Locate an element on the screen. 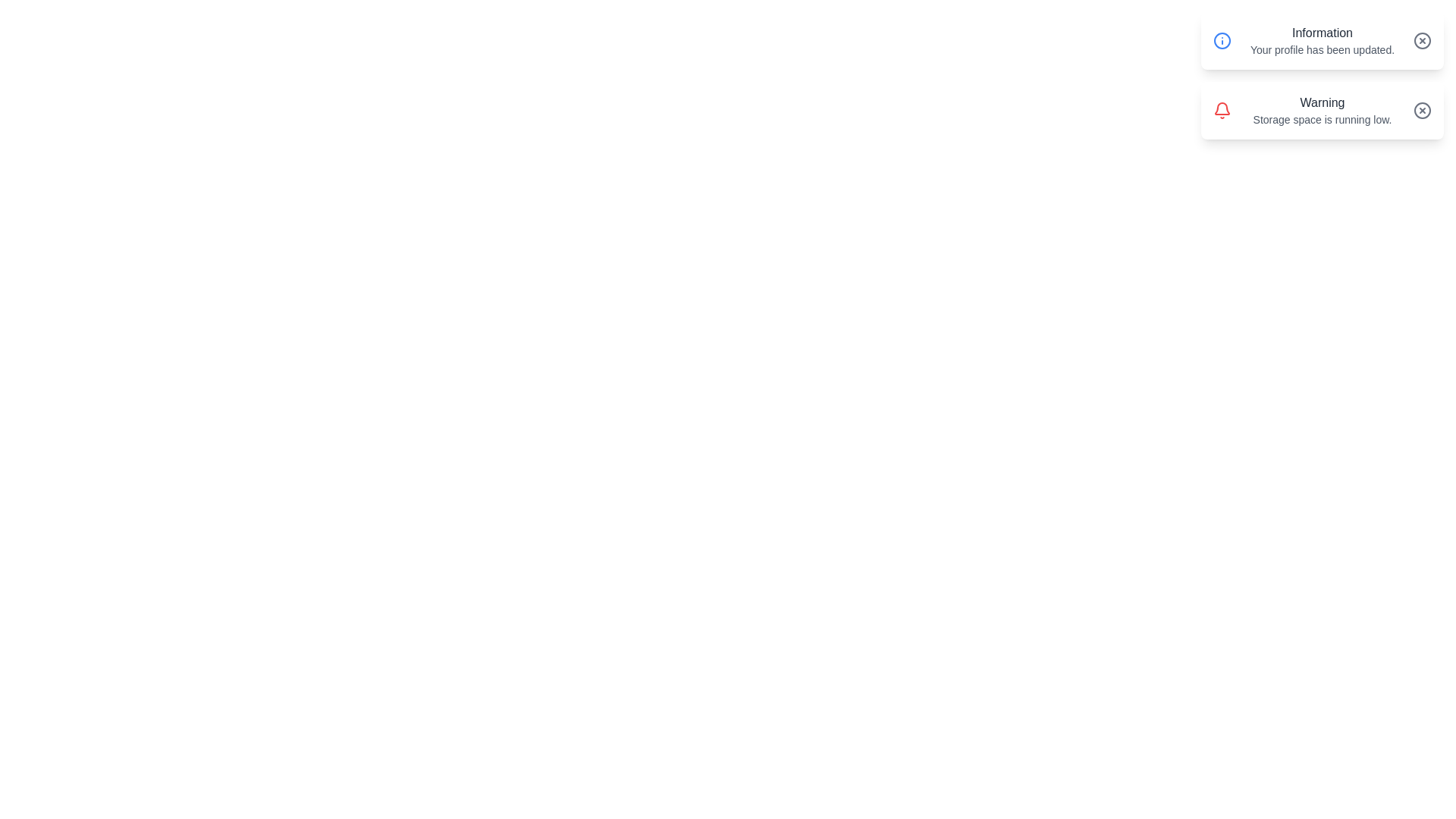 This screenshot has height=819, width=1456. the close button located at the top-right corner of the warning notification box is located at coordinates (1422, 110).